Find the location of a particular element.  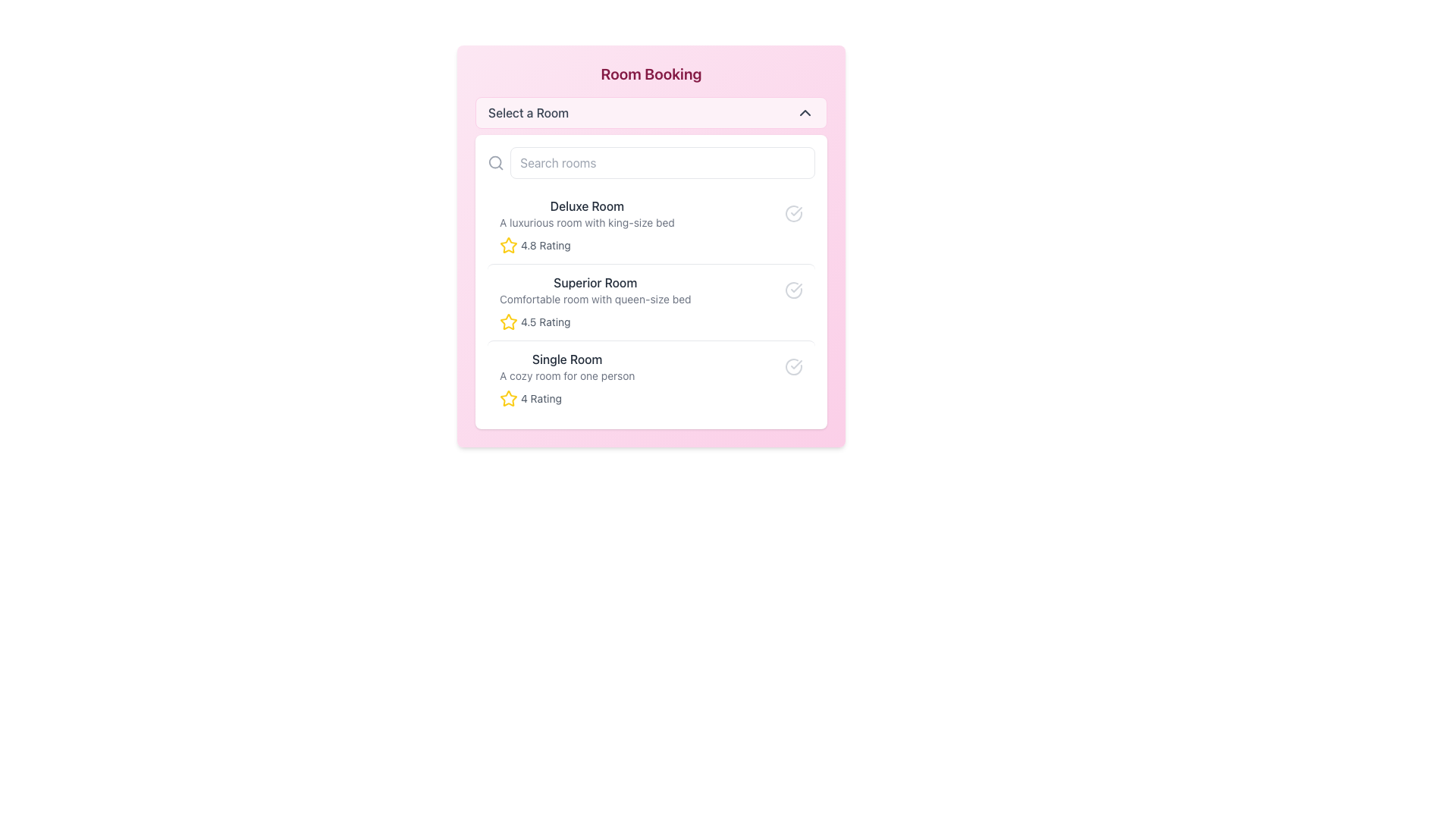

the text label displaying 'Select a Room', which is located in the pink header section of the 'Room Booking' card is located at coordinates (529, 112).